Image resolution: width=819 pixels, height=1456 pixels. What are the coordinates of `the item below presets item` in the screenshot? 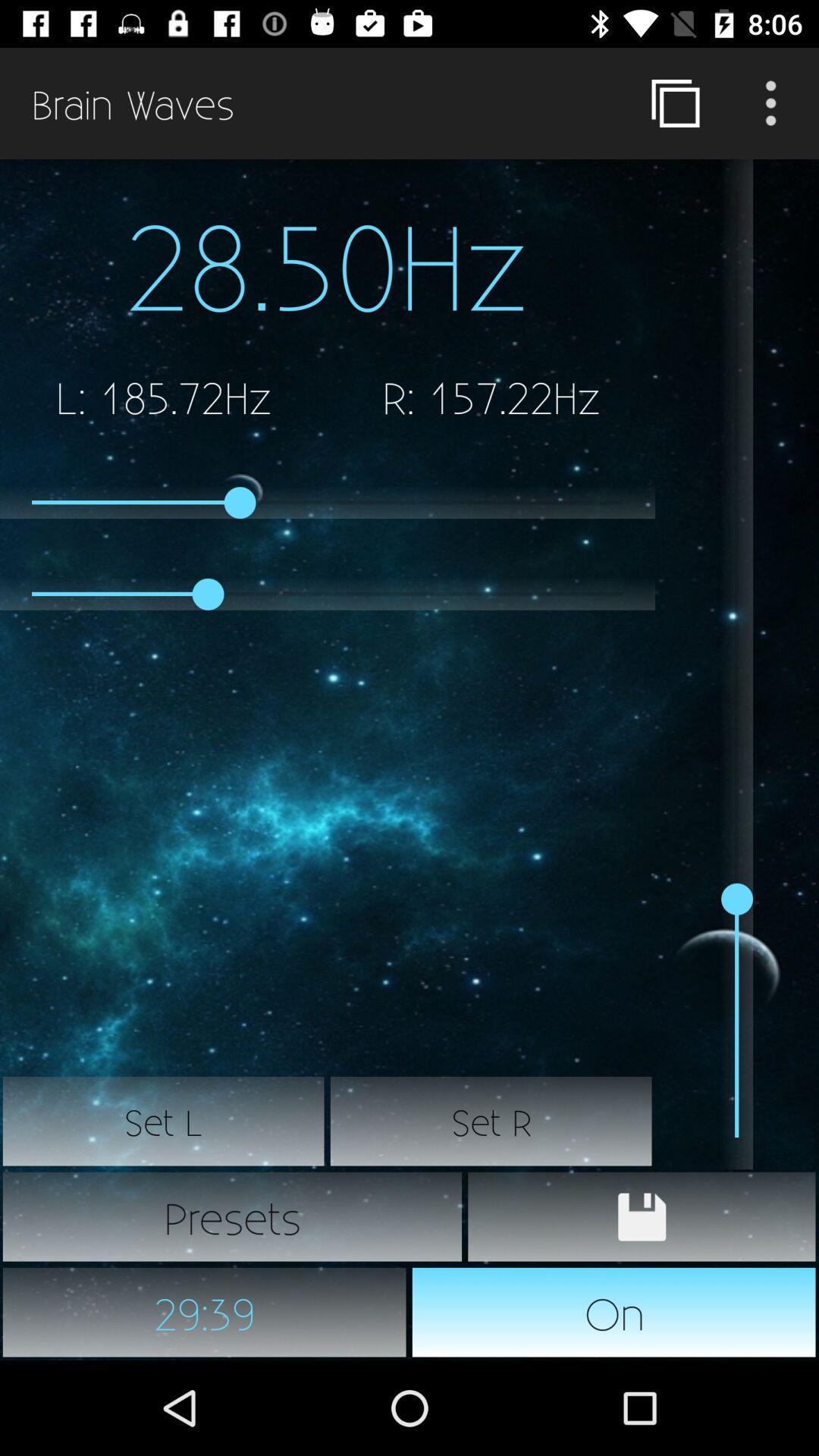 It's located at (205, 1312).